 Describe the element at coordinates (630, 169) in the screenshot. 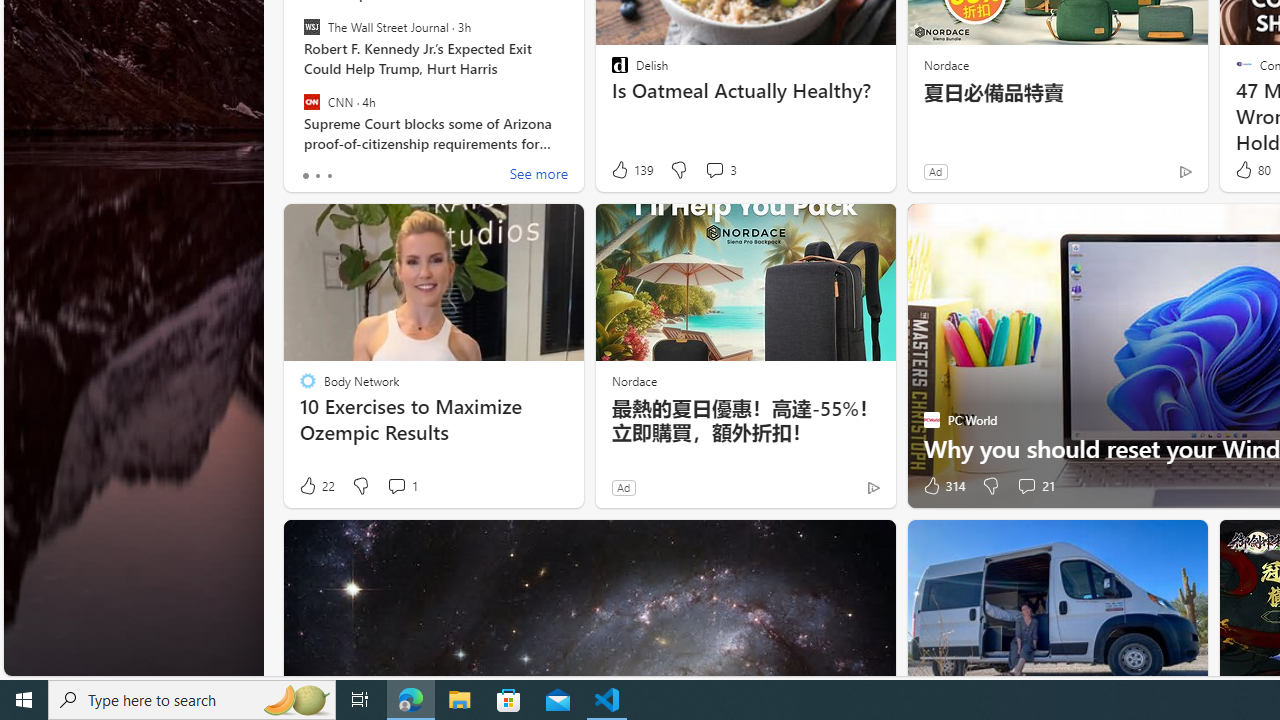

I see `'139 Like'` at that location.